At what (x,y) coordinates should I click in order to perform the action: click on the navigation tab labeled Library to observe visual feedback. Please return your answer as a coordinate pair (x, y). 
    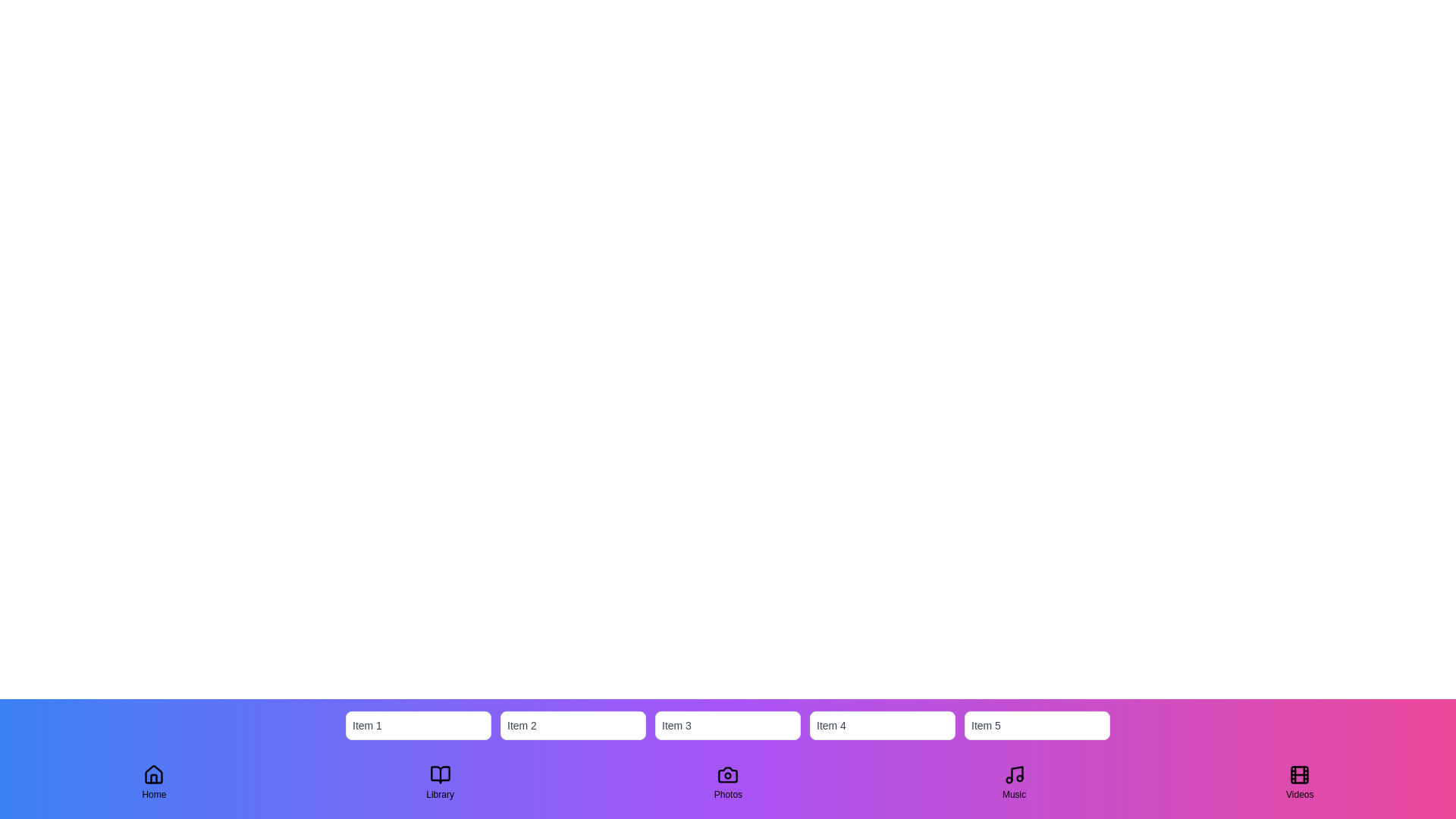
    Looking at the image, I should click on (439, 783).